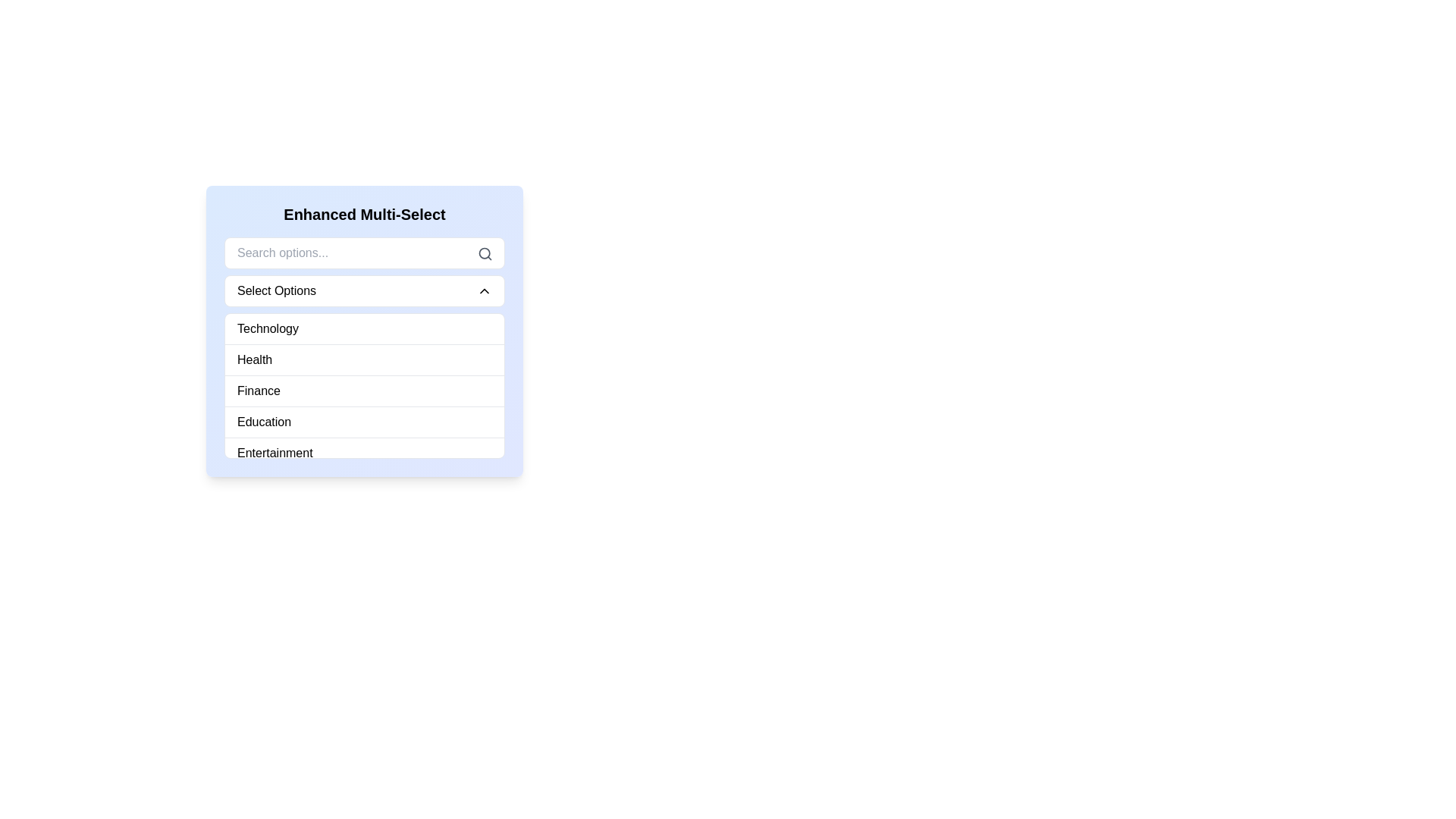 The image size is (1456, 819). What do you see at coordinates (364, 422) in the screenshot?
I see `the fourth list item in the scrollable menu labeled 'Education'` at bounding box center [364, 422].